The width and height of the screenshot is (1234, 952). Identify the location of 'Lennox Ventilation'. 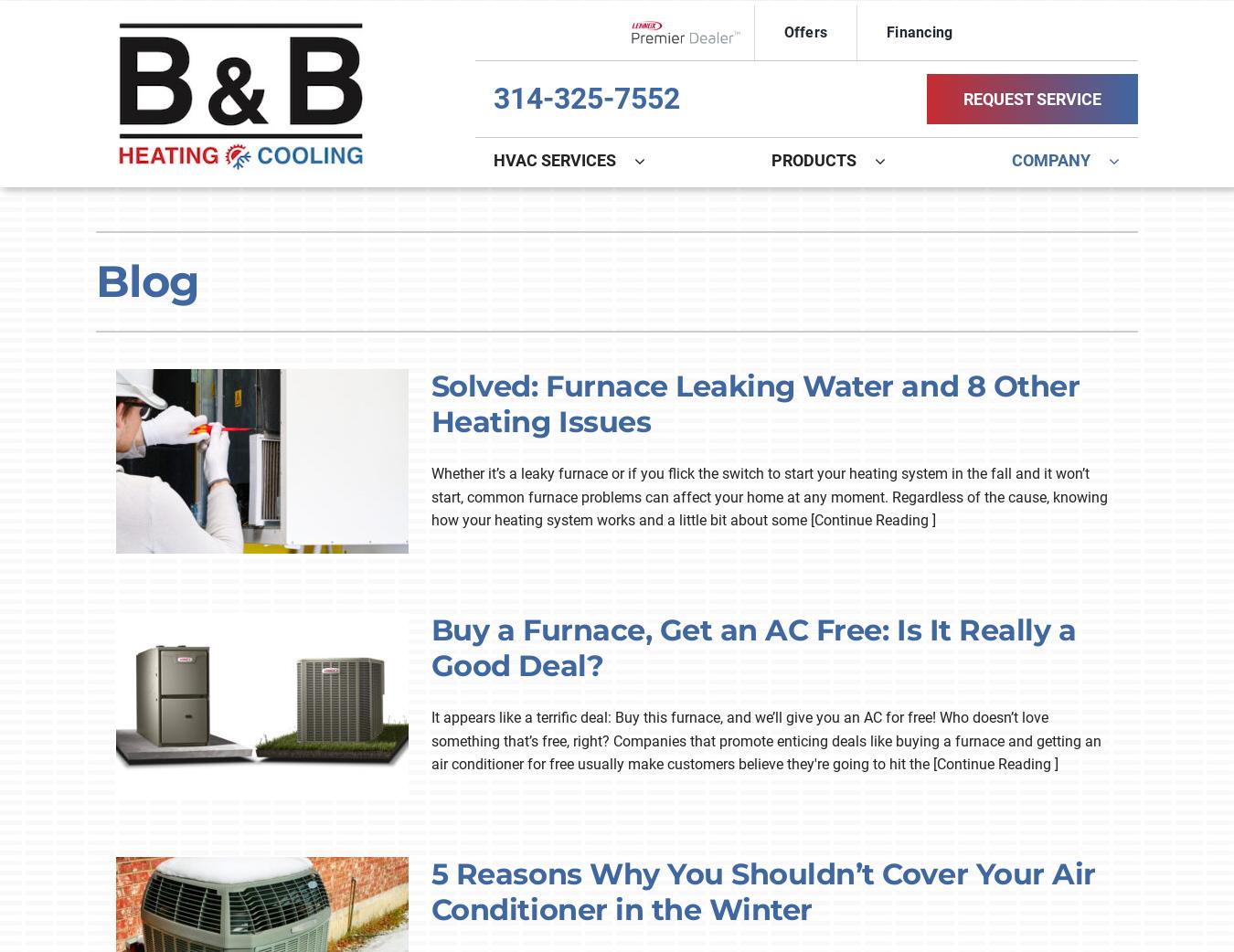
(461, 329).